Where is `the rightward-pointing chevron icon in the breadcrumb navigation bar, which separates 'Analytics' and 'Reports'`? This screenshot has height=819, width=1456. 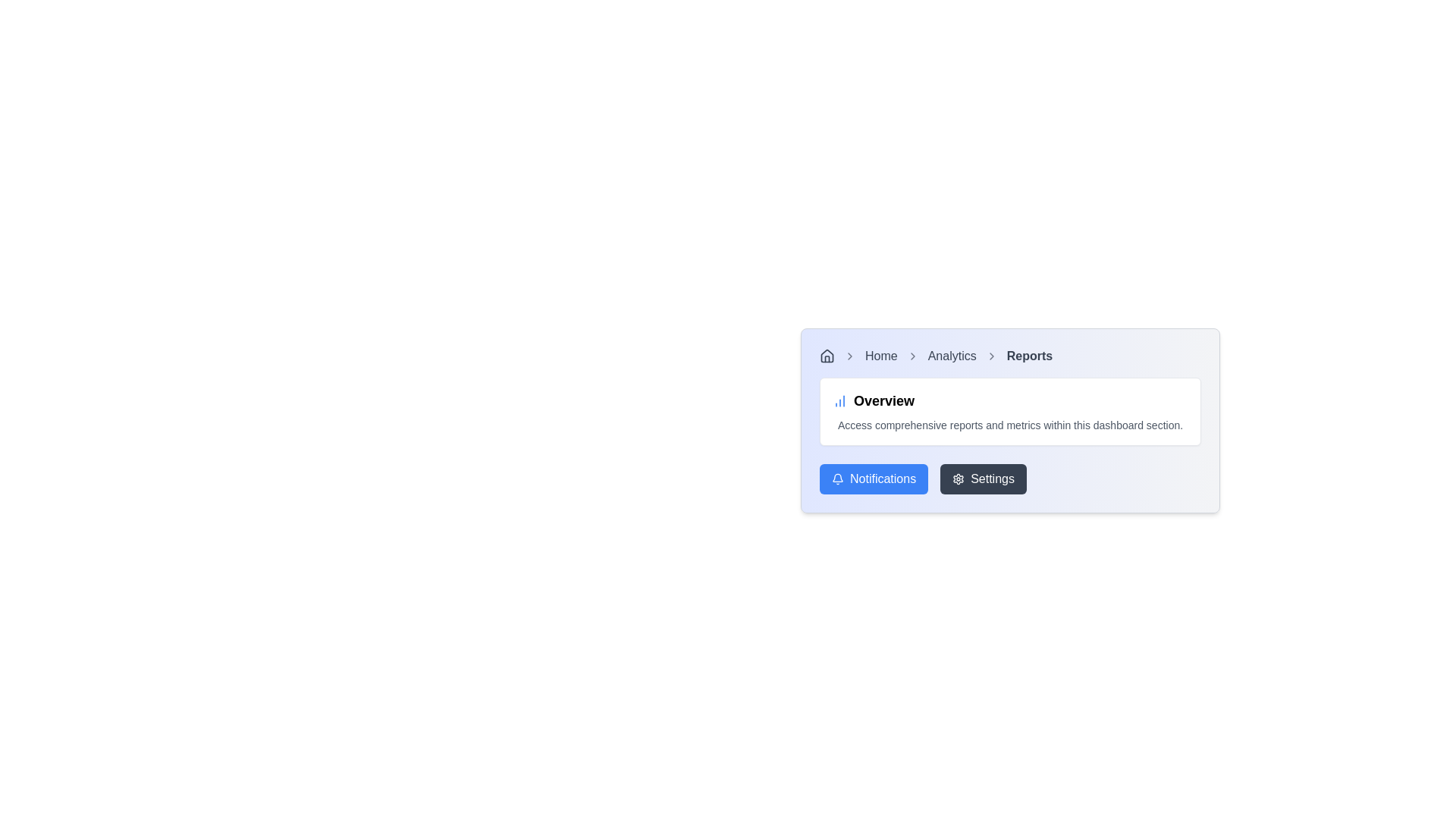
the rightward-pointing chevron icon in the breadcrumb navigation bar, which separates 'Analytics' and 'Reports' is located at coordinates (991, 356).